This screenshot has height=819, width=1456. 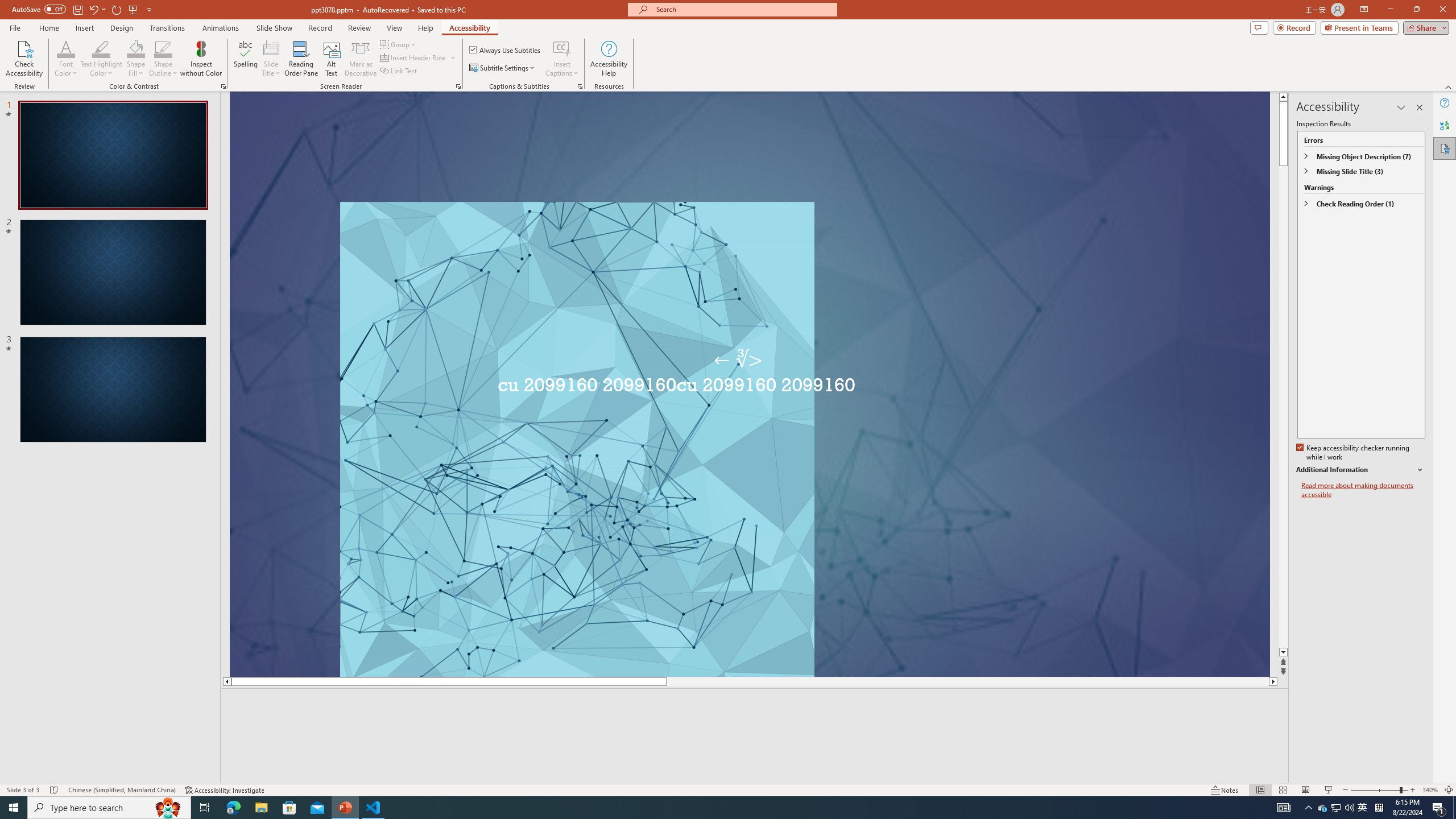 What do you see at coordinates (246, 59) in the screenshot?
I see `'Spelling...'` at bounding box center [246, 59].